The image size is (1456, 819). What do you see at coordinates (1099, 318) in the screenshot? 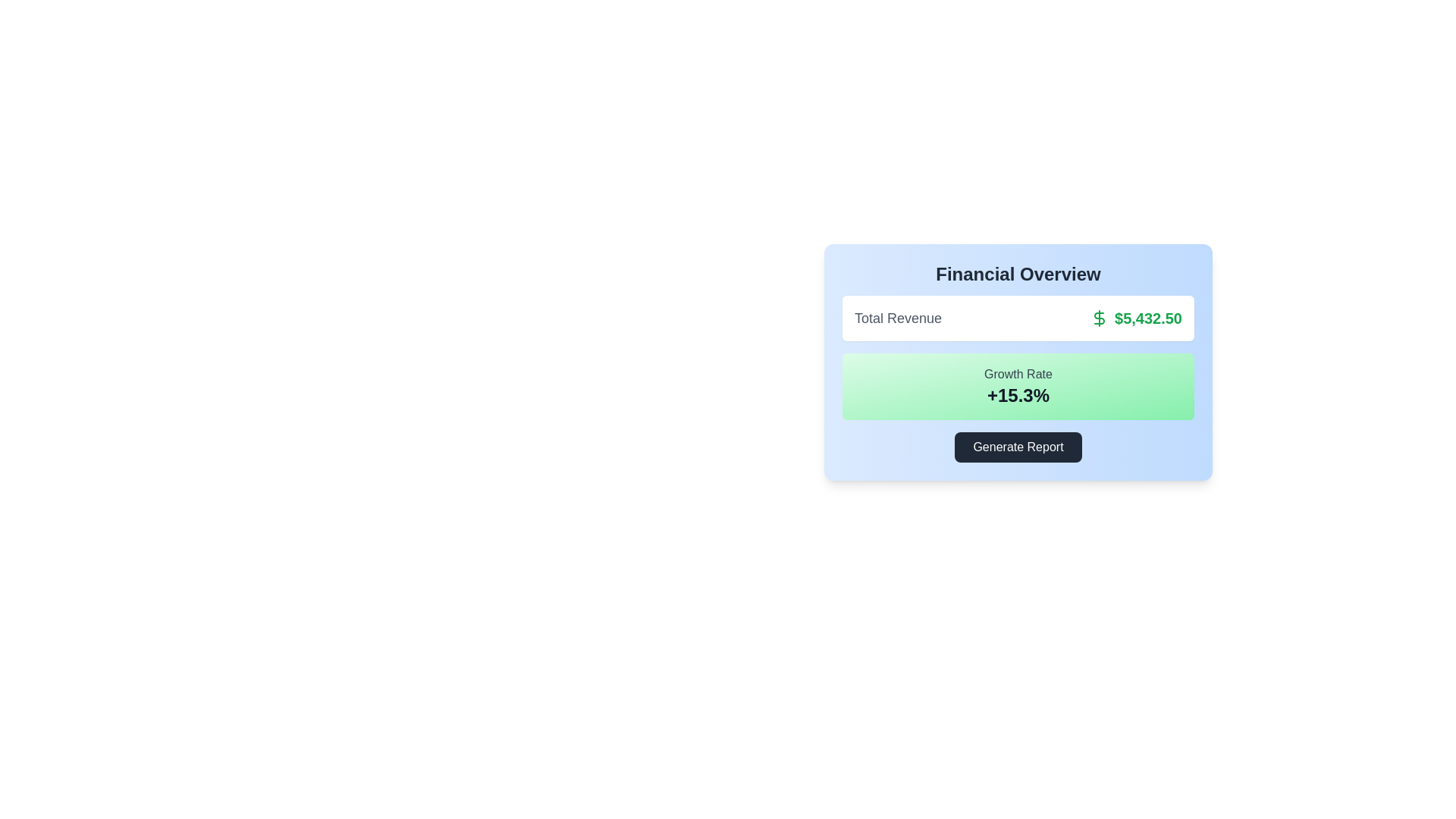
I see `the monetary value icon located in the middle of the financial overview card, directly to the left of the text '$5,432.50'` at bounding box center [1099, 318].